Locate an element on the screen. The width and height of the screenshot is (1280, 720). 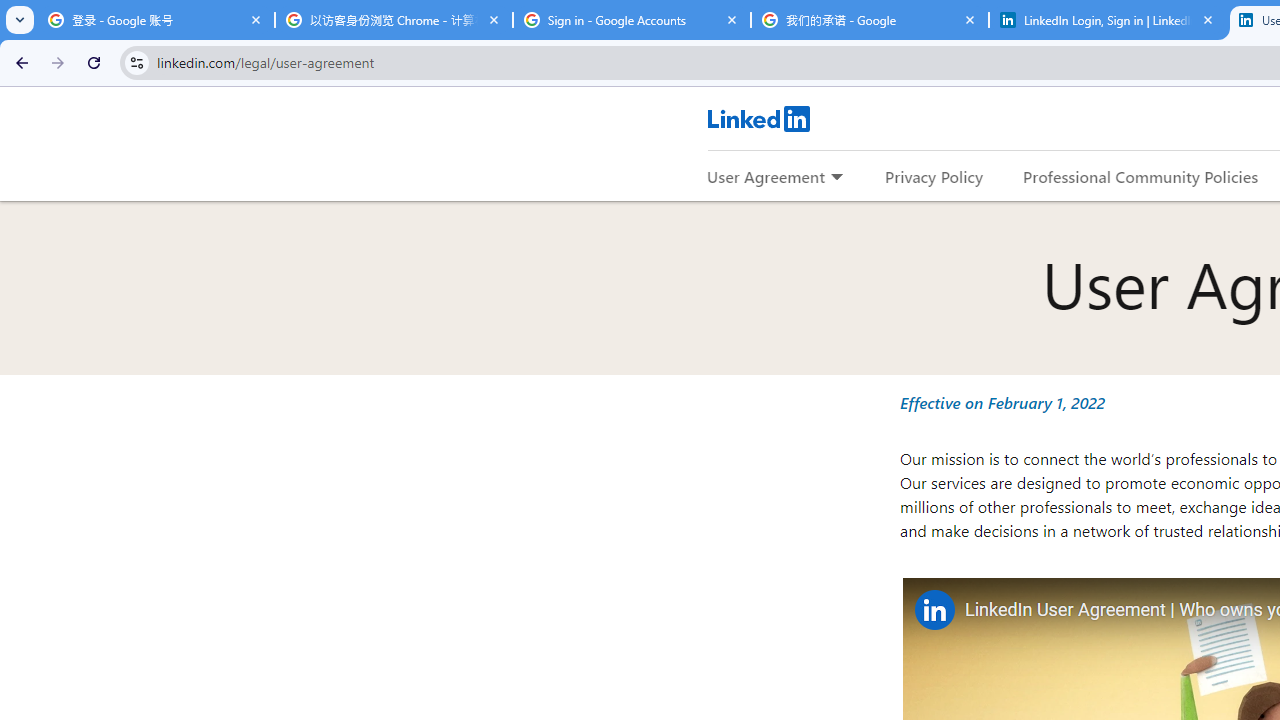
'LinkedIn Logo' is located at coordinates (757, 118).